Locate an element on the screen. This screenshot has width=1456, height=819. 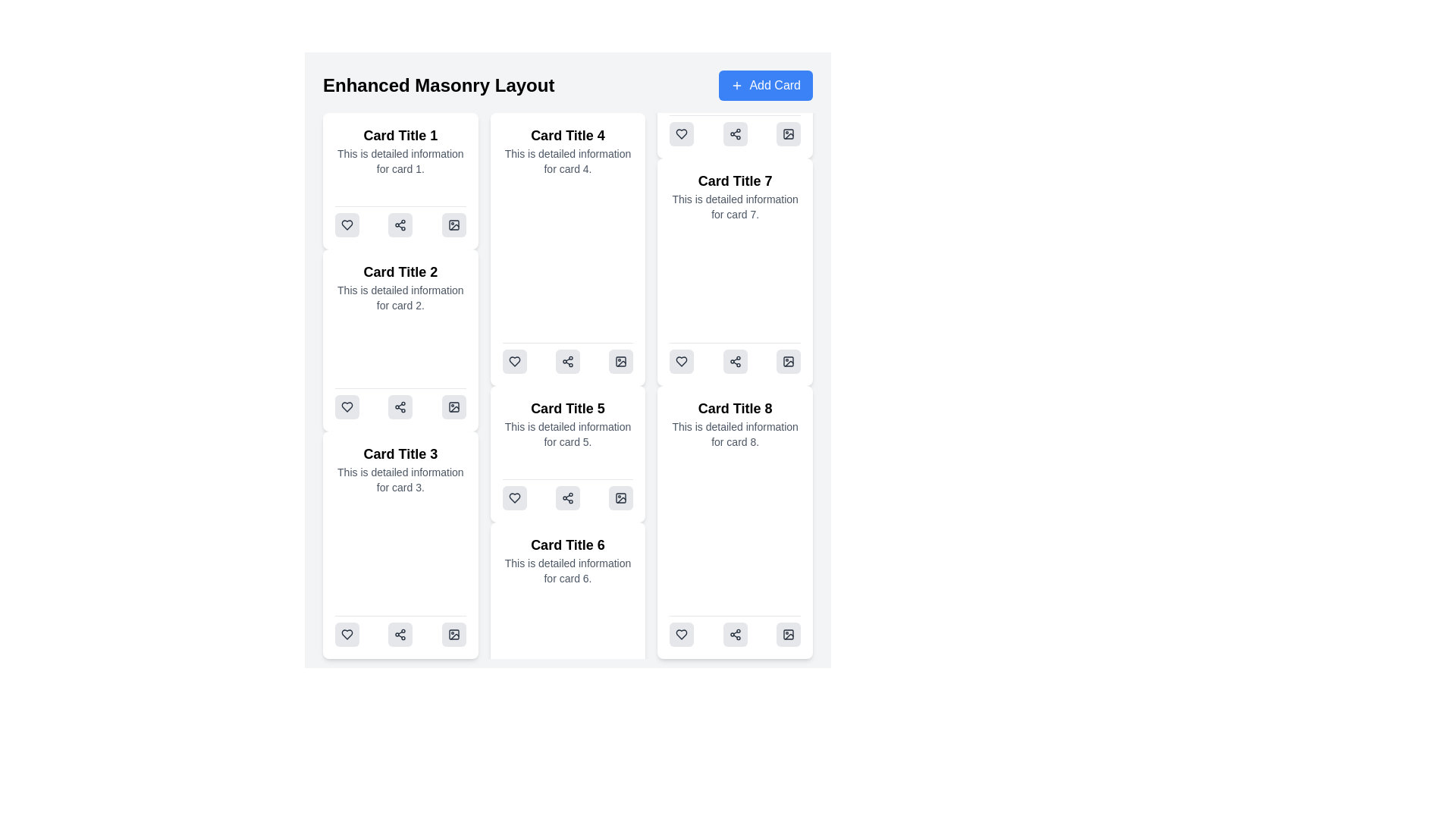
the small rectangle with rounded corners, which is a sub-element of the SVG icon located at the bottom-right of the 'Card Title 5' panel is located at coordinates (621, 497).